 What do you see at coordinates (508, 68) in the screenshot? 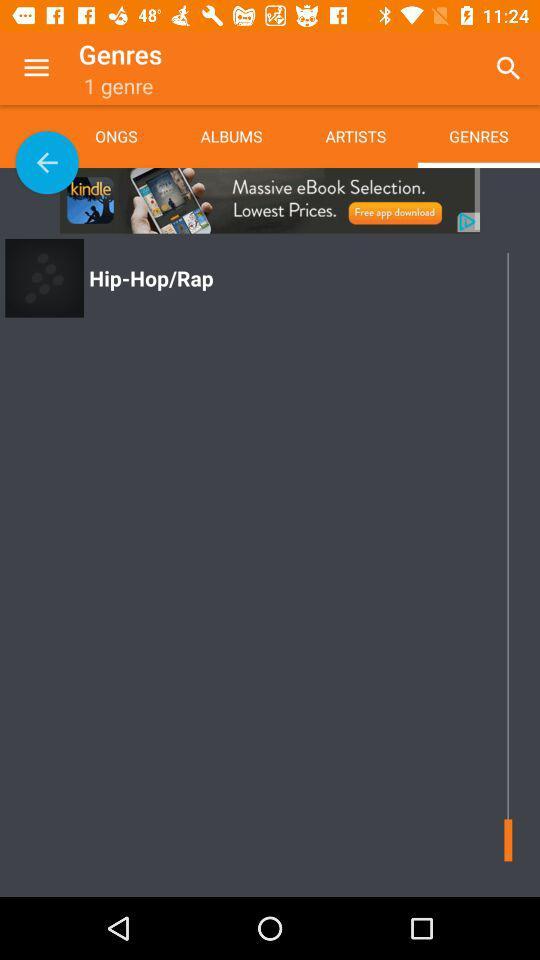
I see `app to the right of the artists icon` at bounding box center [508, 68].